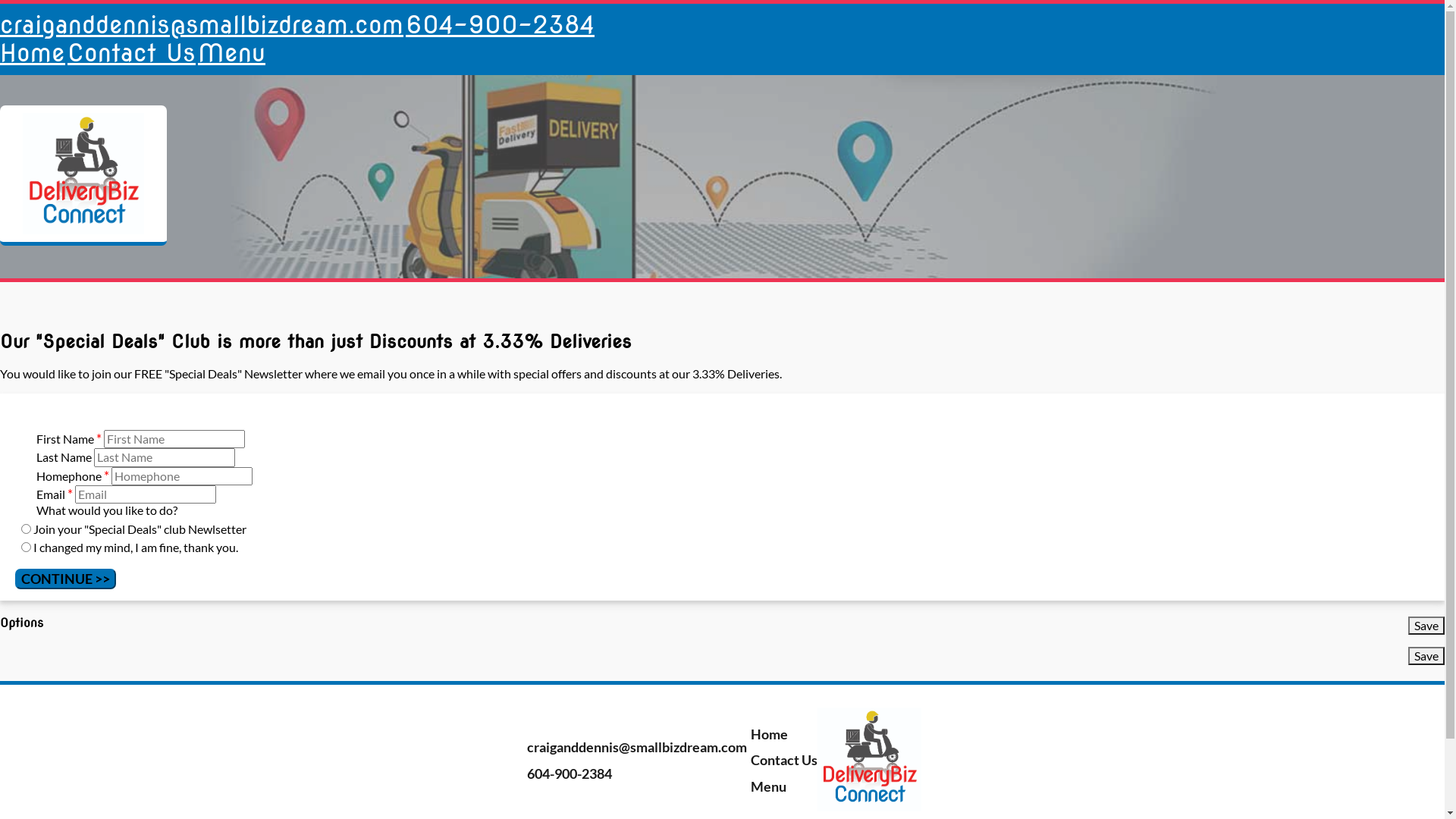  What do you see at coordinates (33, 52) in the screenshot?
I see `'Home'` at bounding box center [33, 52].